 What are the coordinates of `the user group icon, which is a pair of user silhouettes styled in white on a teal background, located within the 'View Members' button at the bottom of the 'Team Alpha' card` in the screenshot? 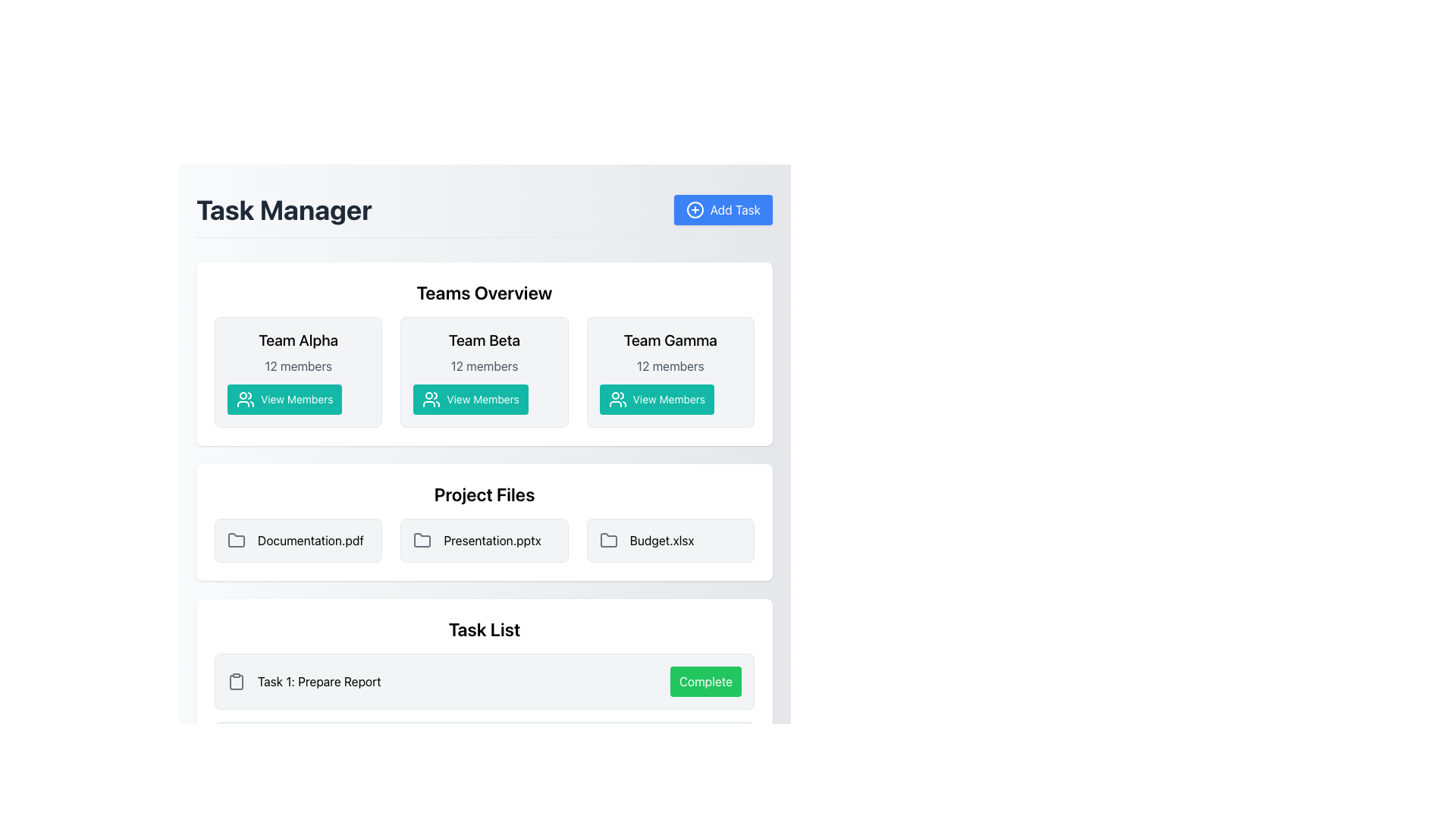 It's located at (246, 399).